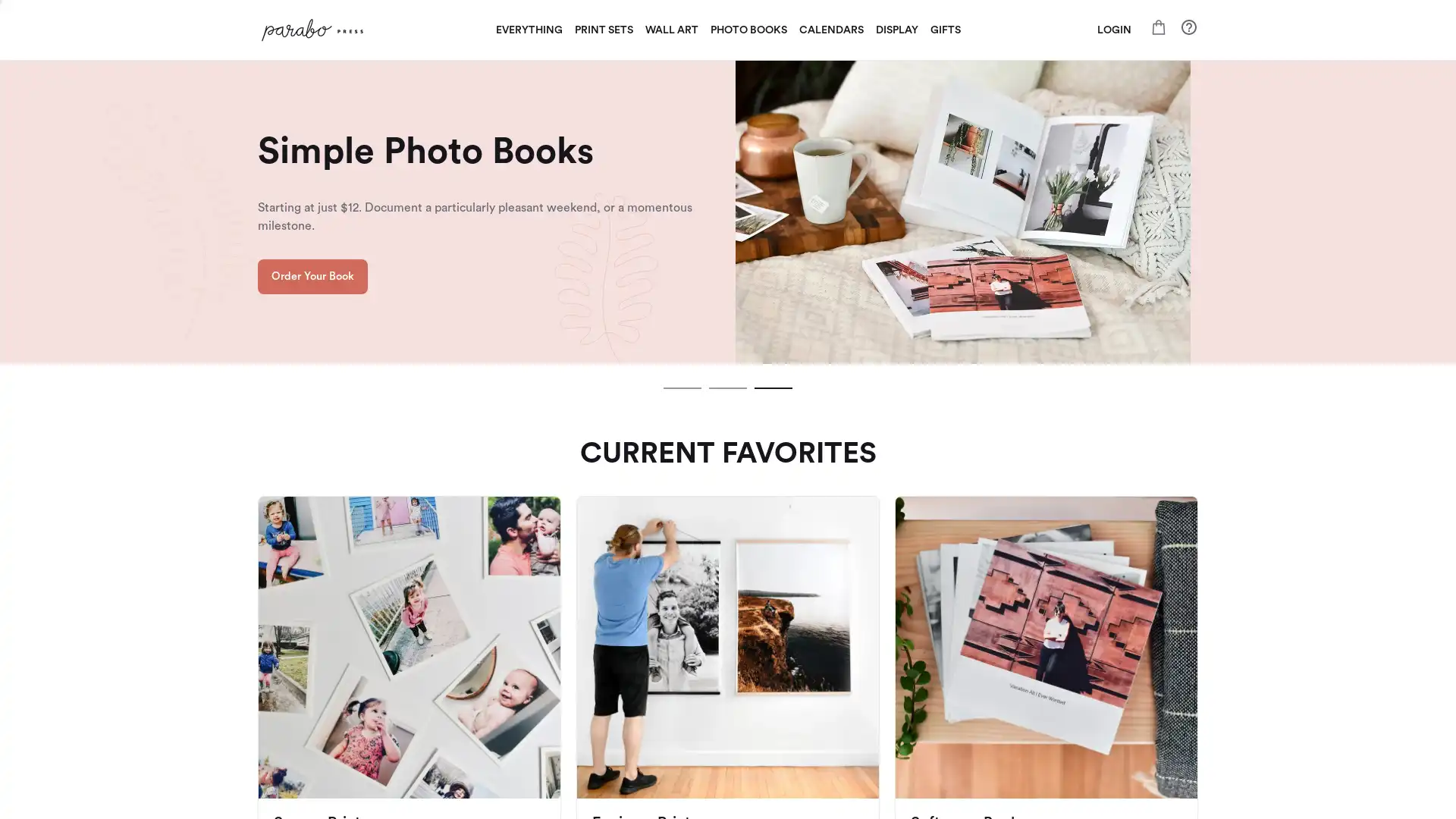 Image resolution: width=1456 pixels, height=819 pixels. I want to click on slide dot, so click(773, 388).